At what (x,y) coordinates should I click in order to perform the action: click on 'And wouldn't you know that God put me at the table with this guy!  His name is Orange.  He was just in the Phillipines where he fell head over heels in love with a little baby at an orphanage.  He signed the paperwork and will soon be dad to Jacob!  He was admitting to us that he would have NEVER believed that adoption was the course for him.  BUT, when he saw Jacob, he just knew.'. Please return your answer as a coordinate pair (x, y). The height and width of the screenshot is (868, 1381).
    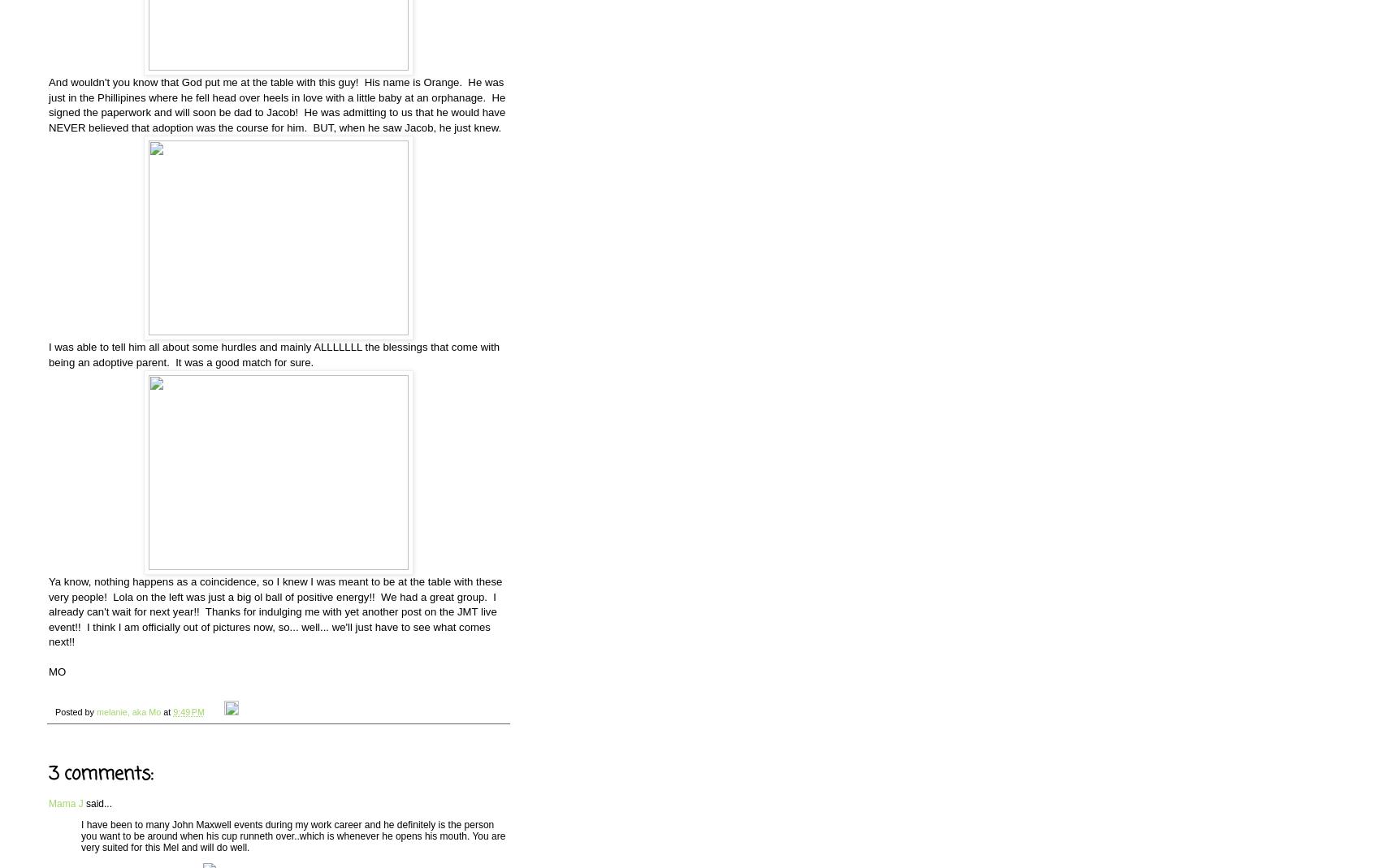
    Looking at the image, I should click on (276, 105).